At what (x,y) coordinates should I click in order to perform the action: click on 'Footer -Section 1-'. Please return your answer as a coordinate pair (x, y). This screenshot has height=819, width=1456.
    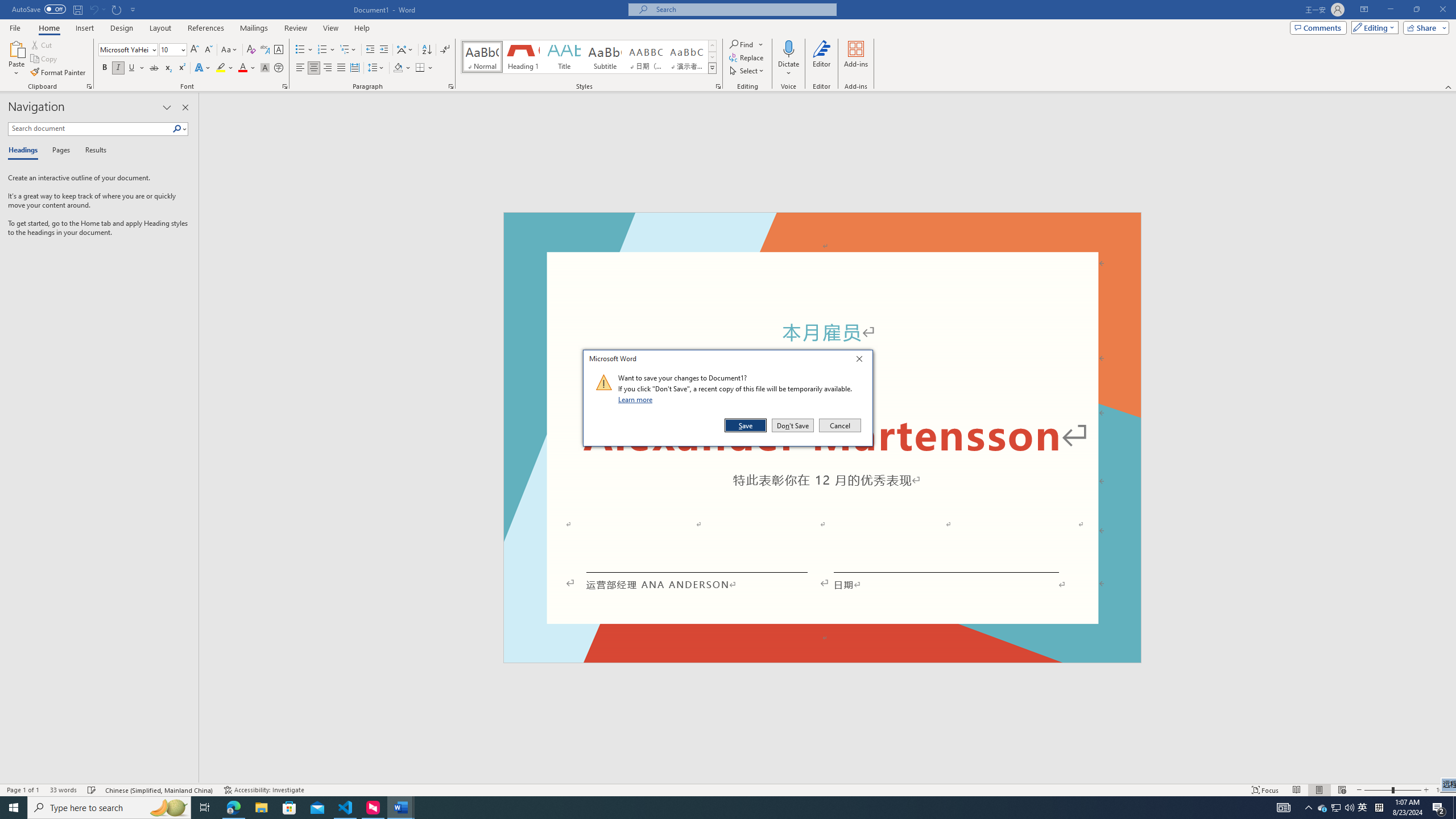
    Looking at the image, I should click on (822, 657).